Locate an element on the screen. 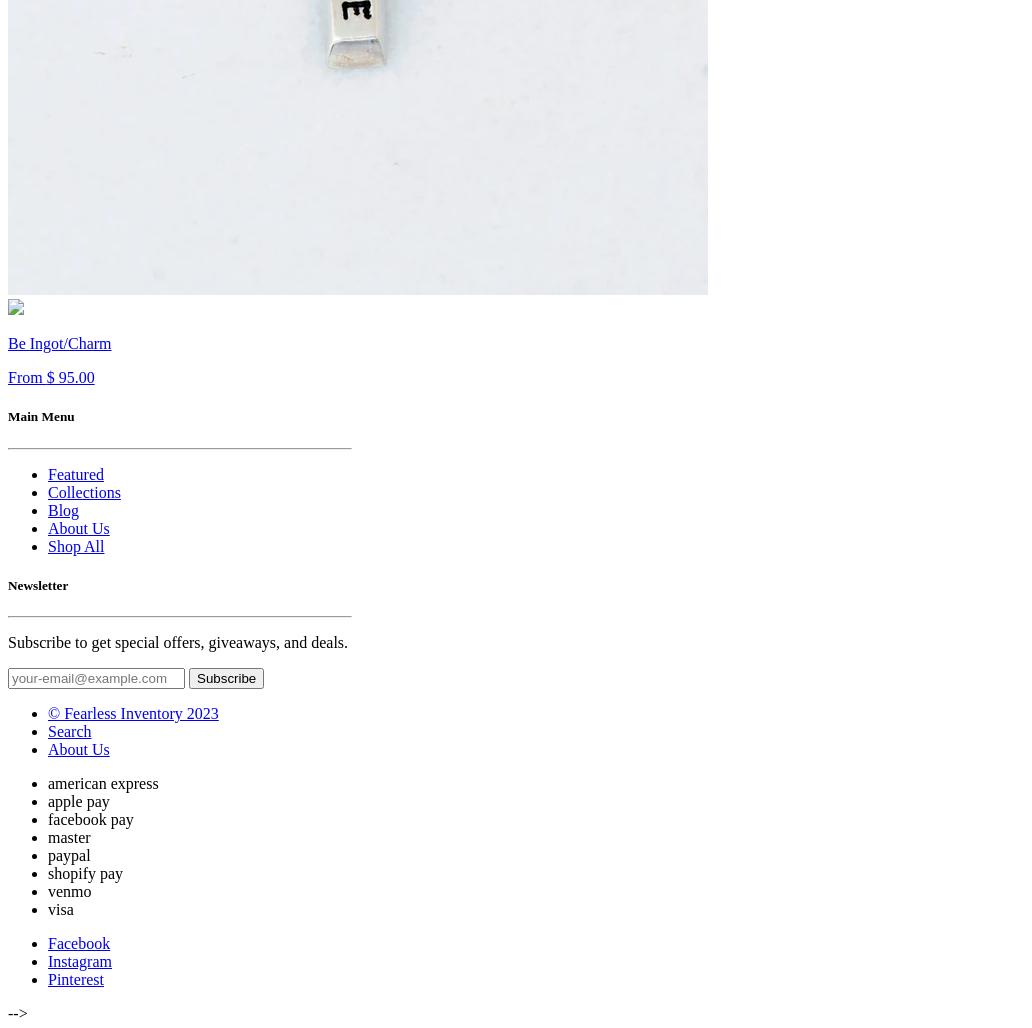  'Instagram' is located at coordinates (79, 960).